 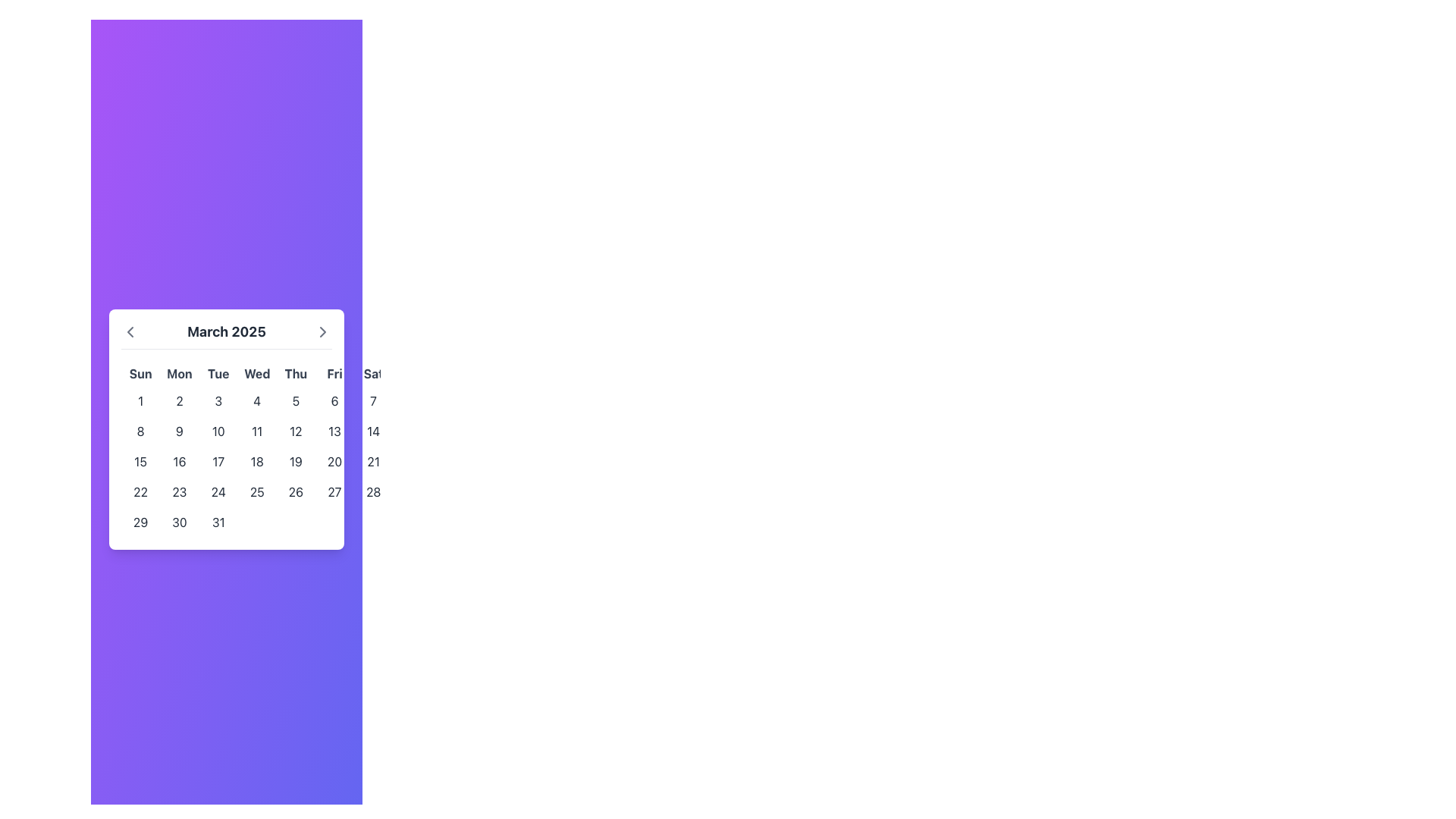 I want to click on the text label displaying 'Fri', which is the sixth label in the horizontal arrangement of weekday names in the calendar header, so click(x=334, y=373).